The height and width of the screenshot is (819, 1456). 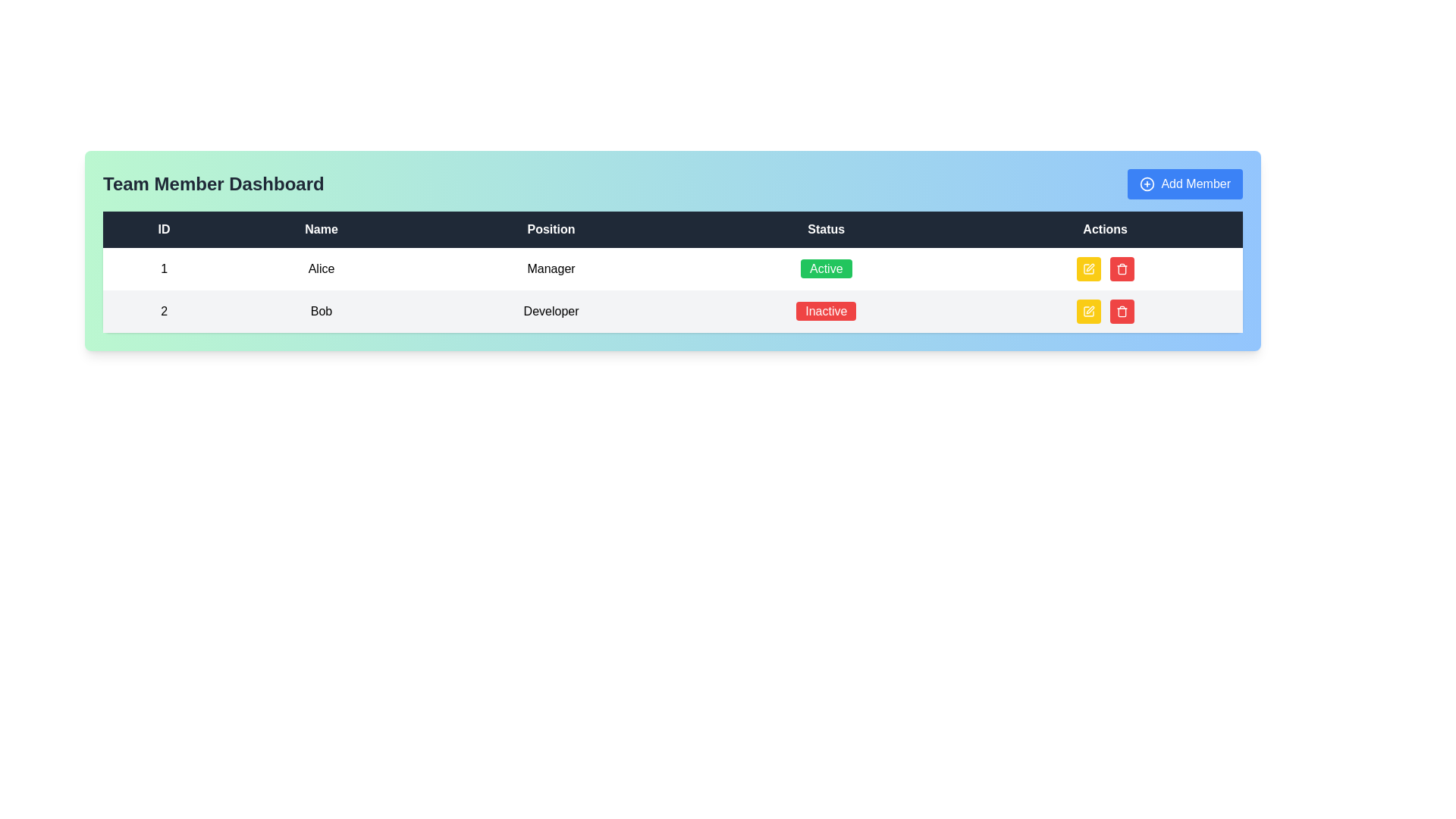 What do you see at coordinates (1147, 184) in the screenshot?
I see `the circular icon with a blue background and a white plus symbol, which is part of the 'Add Member' button located at the top-right corner of the interface` at bounding box center [1147, 184].